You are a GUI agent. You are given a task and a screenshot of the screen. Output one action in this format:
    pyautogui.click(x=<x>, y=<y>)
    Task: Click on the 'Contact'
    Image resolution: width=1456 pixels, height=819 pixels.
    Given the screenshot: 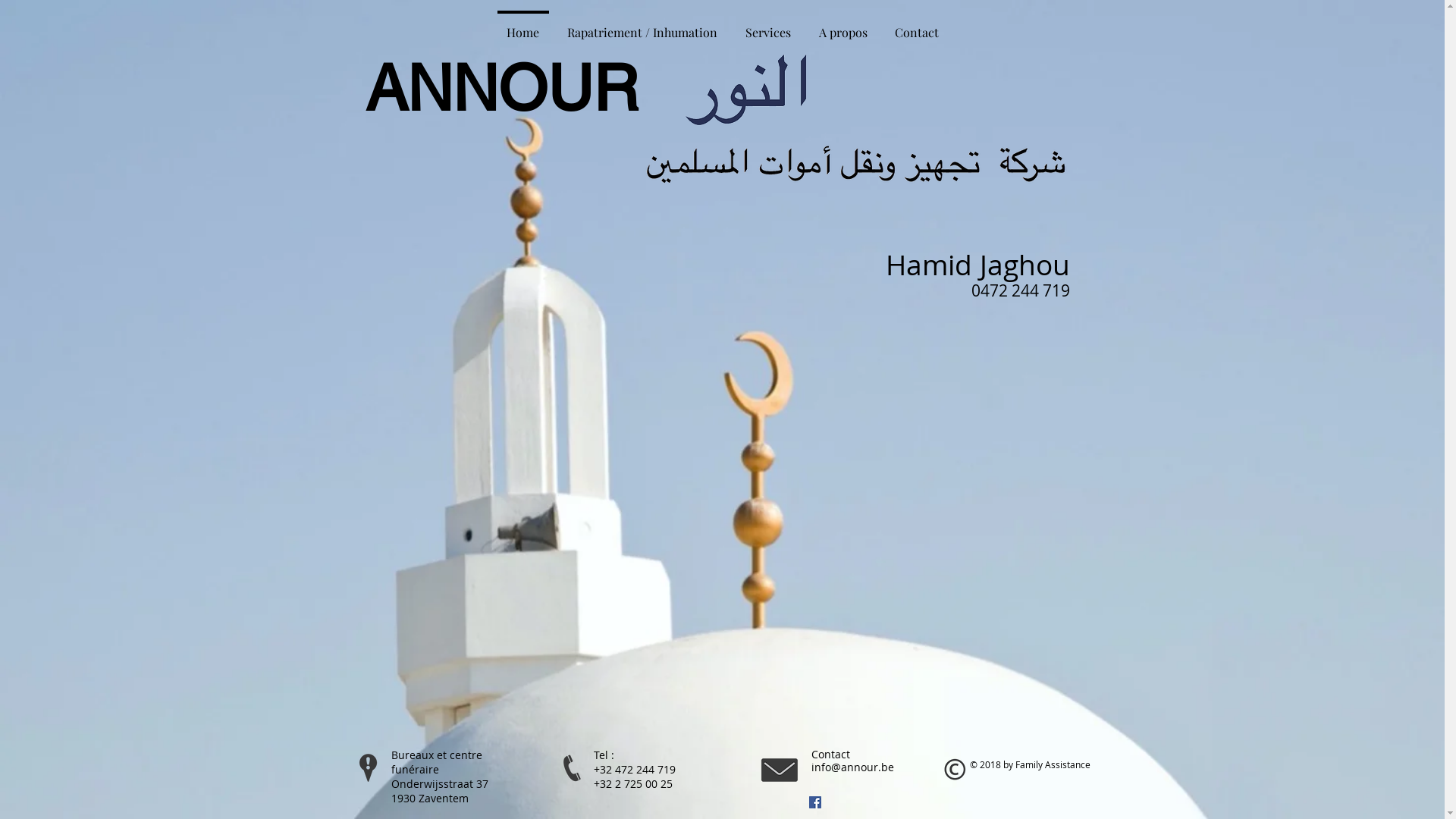 What is the action you would take?
    pyautogui.click(x=916, y=26)
    